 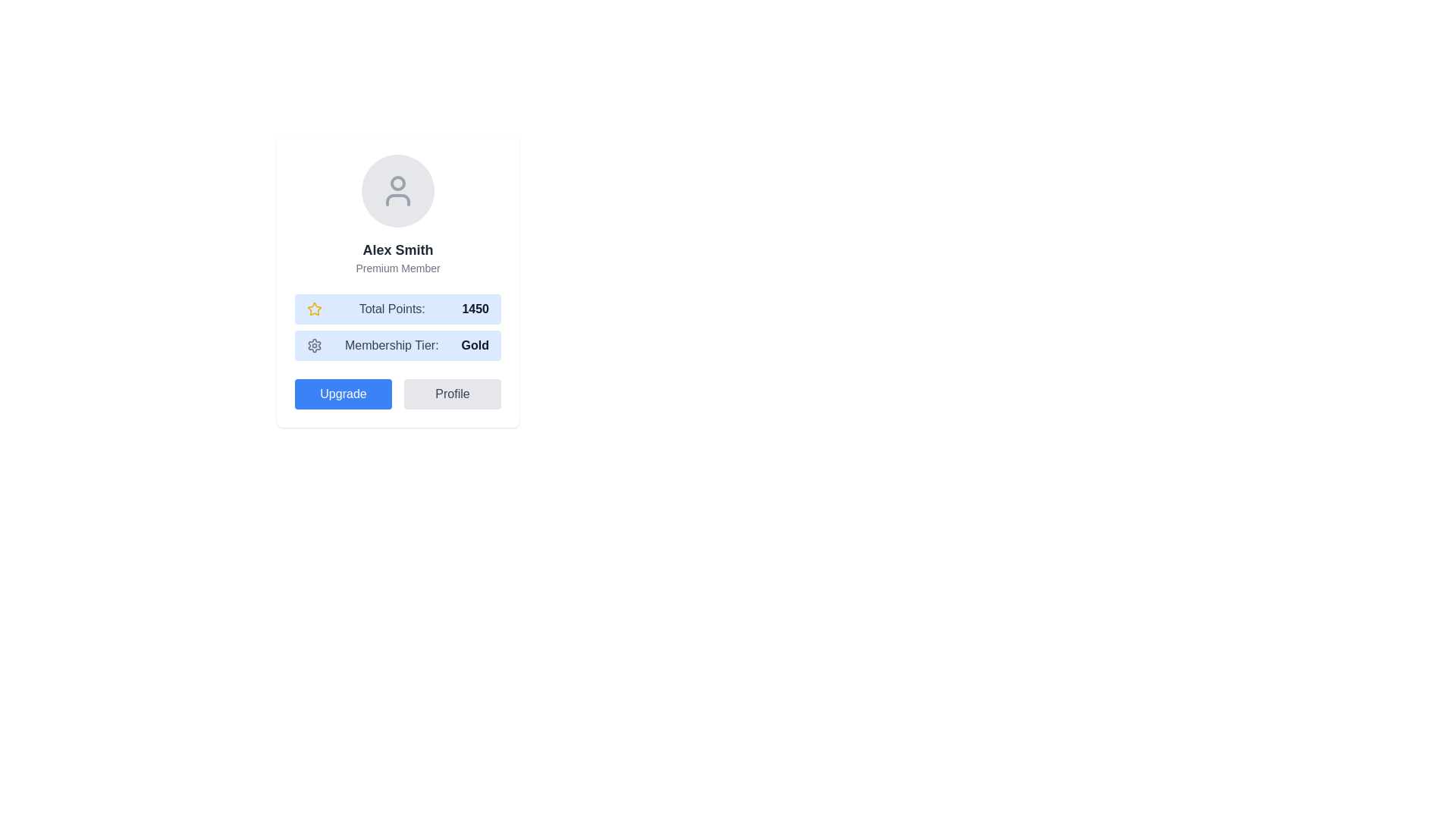 What do you see at coordinates (392, 309) in the screenshot?
I see `text label displaying 'Total Points:' which is positioned between a yellow star icon and the text '1450'` at bounding box center [392, 309].